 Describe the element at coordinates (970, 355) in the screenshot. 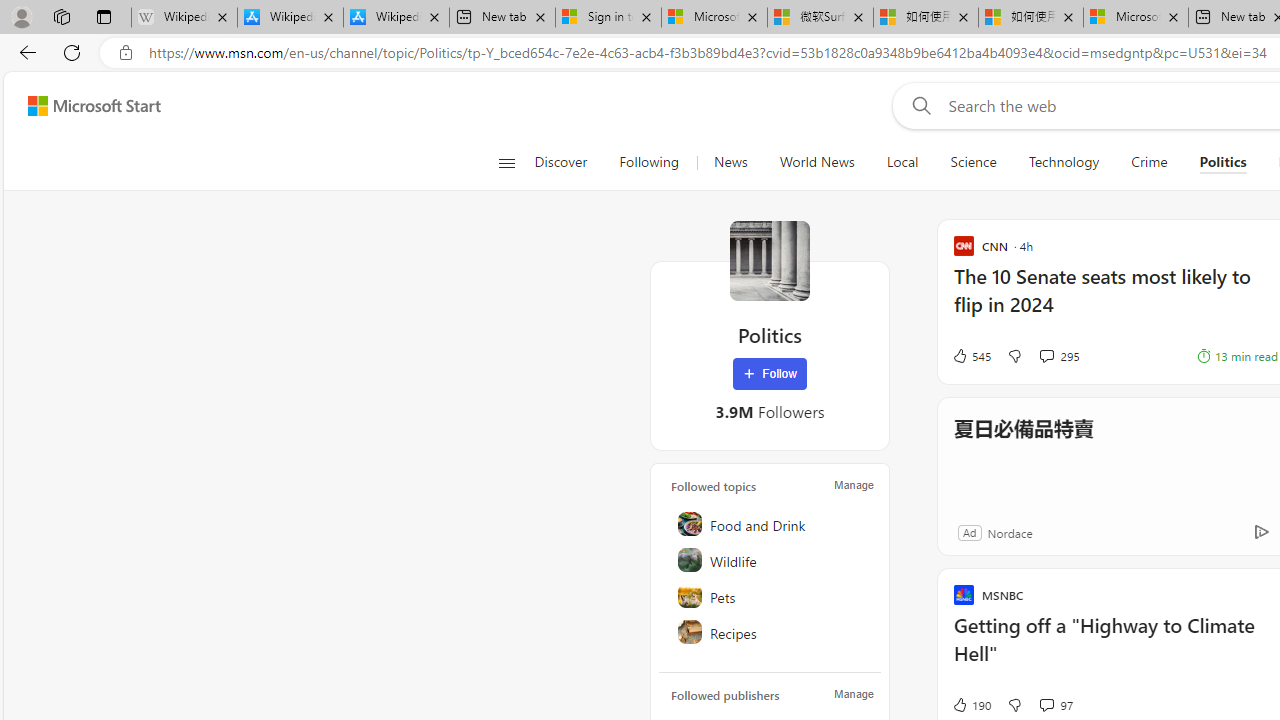

I see `'545 Like'` at that location.